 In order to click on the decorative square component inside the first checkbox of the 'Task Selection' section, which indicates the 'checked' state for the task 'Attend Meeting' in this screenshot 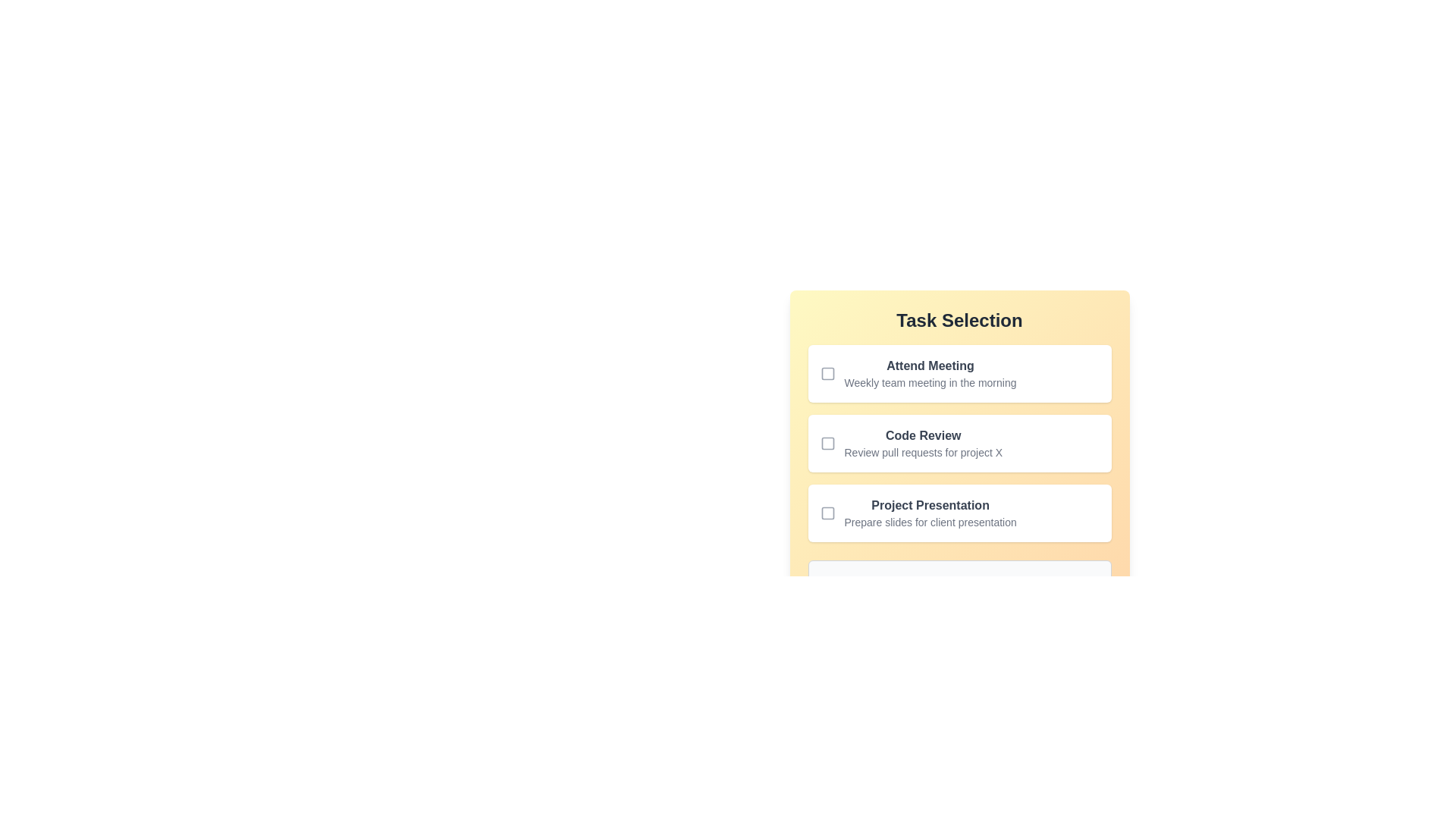, I will do `click(827, 374)`.